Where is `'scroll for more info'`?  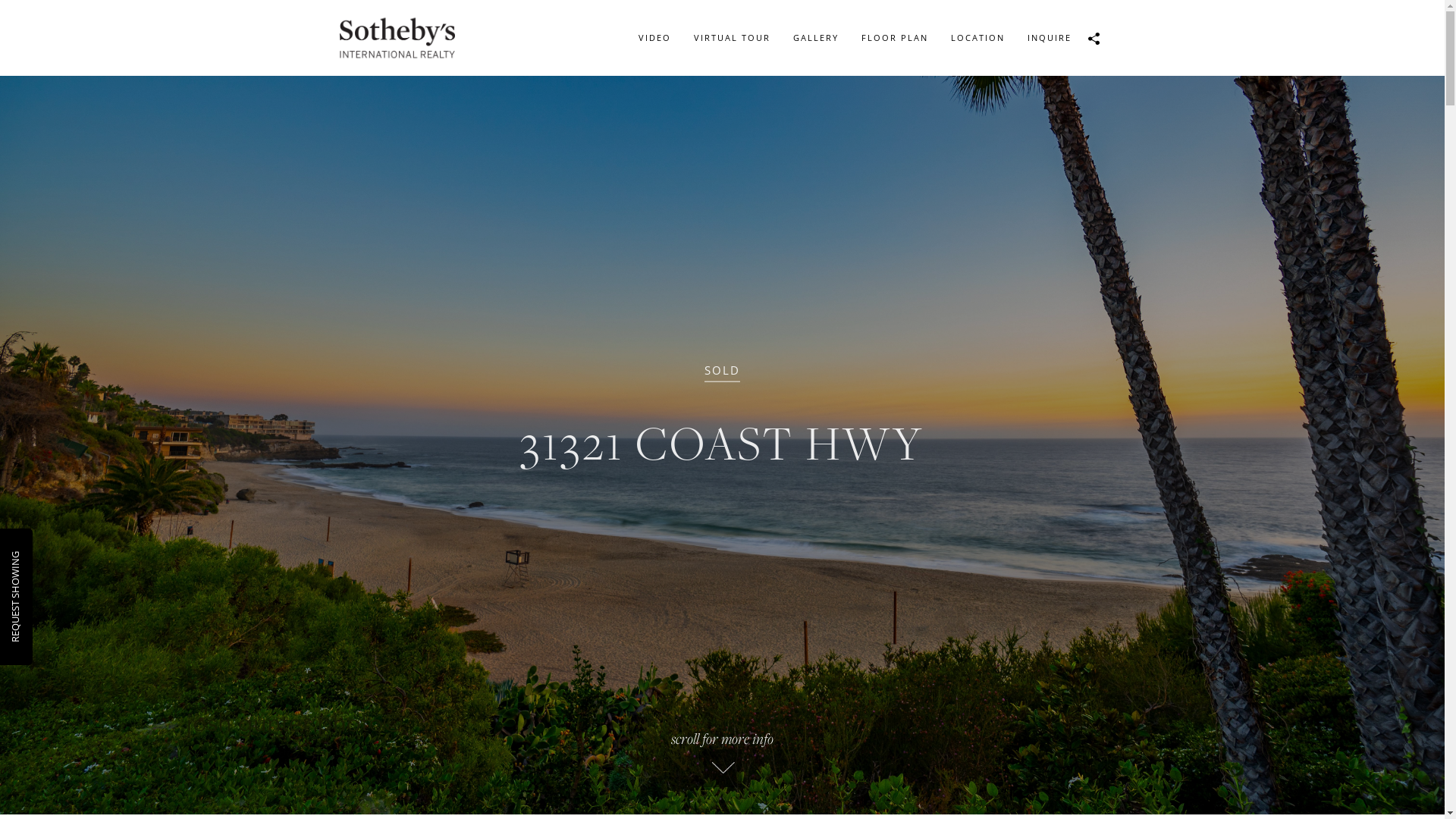
'scroll for more info' is located at coordinates (471, 758).